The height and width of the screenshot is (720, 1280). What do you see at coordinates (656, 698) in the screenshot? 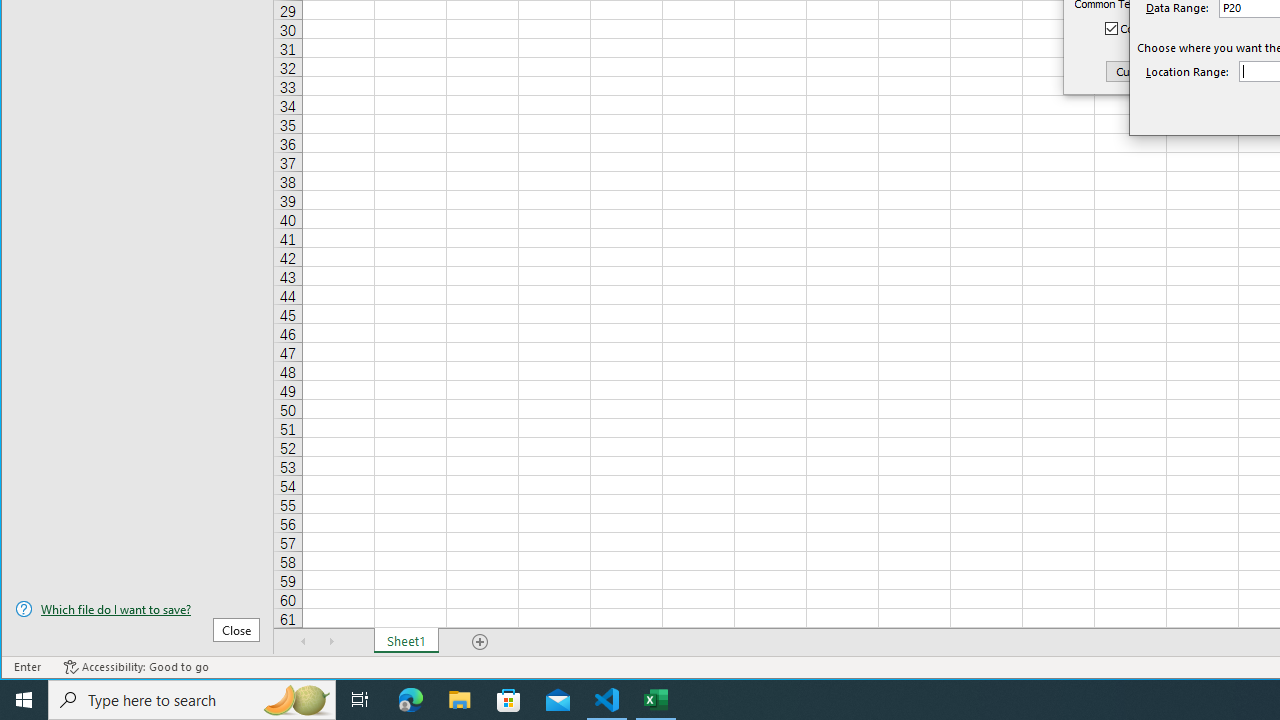
I see `'Excel - 1 running window'` at bounding box center [656, 698].